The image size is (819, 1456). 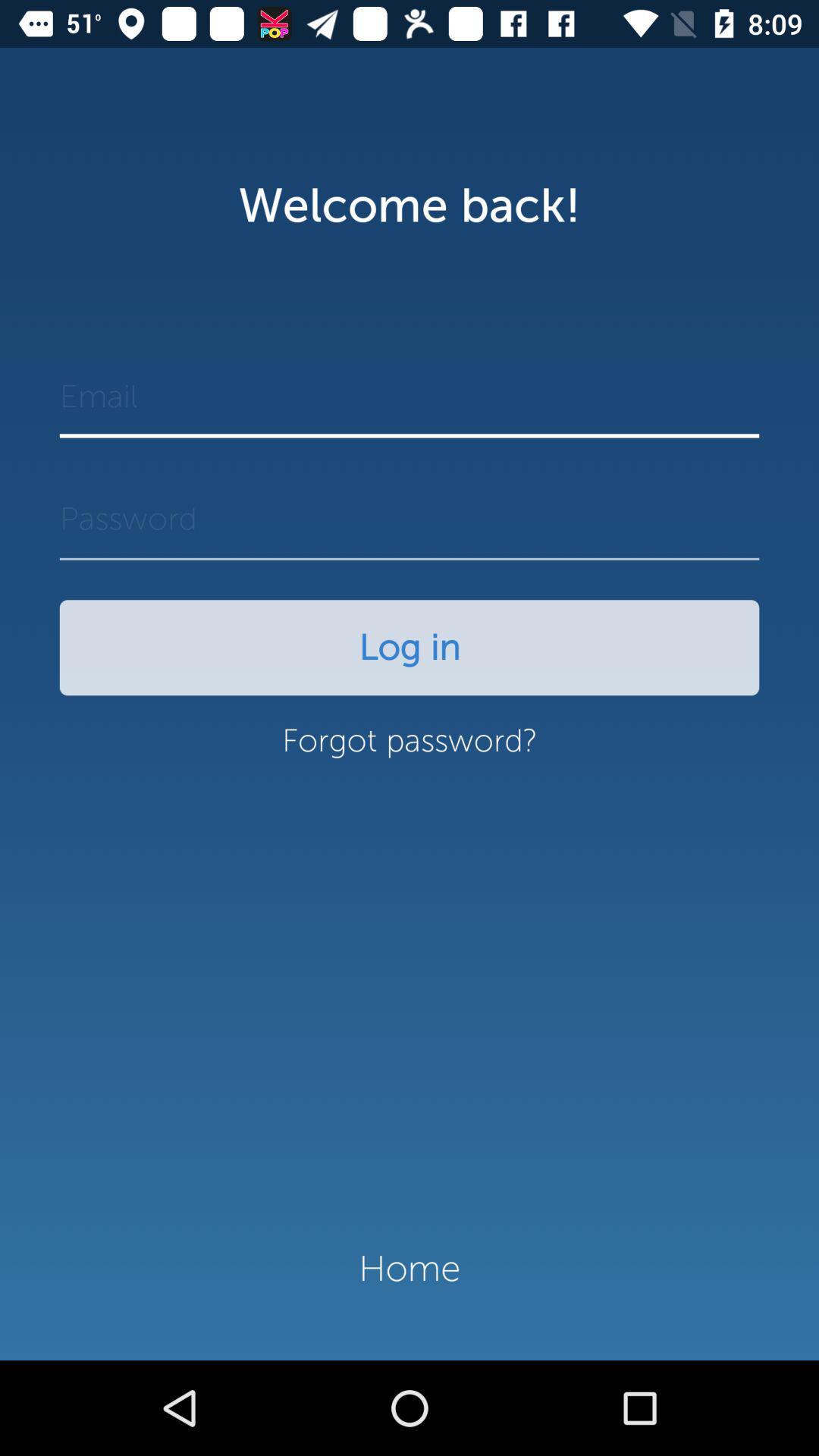 What do you see at coordinates (409, 748) in the screenshot?
I see `the item below the log in` at bounding box center [409, 748].